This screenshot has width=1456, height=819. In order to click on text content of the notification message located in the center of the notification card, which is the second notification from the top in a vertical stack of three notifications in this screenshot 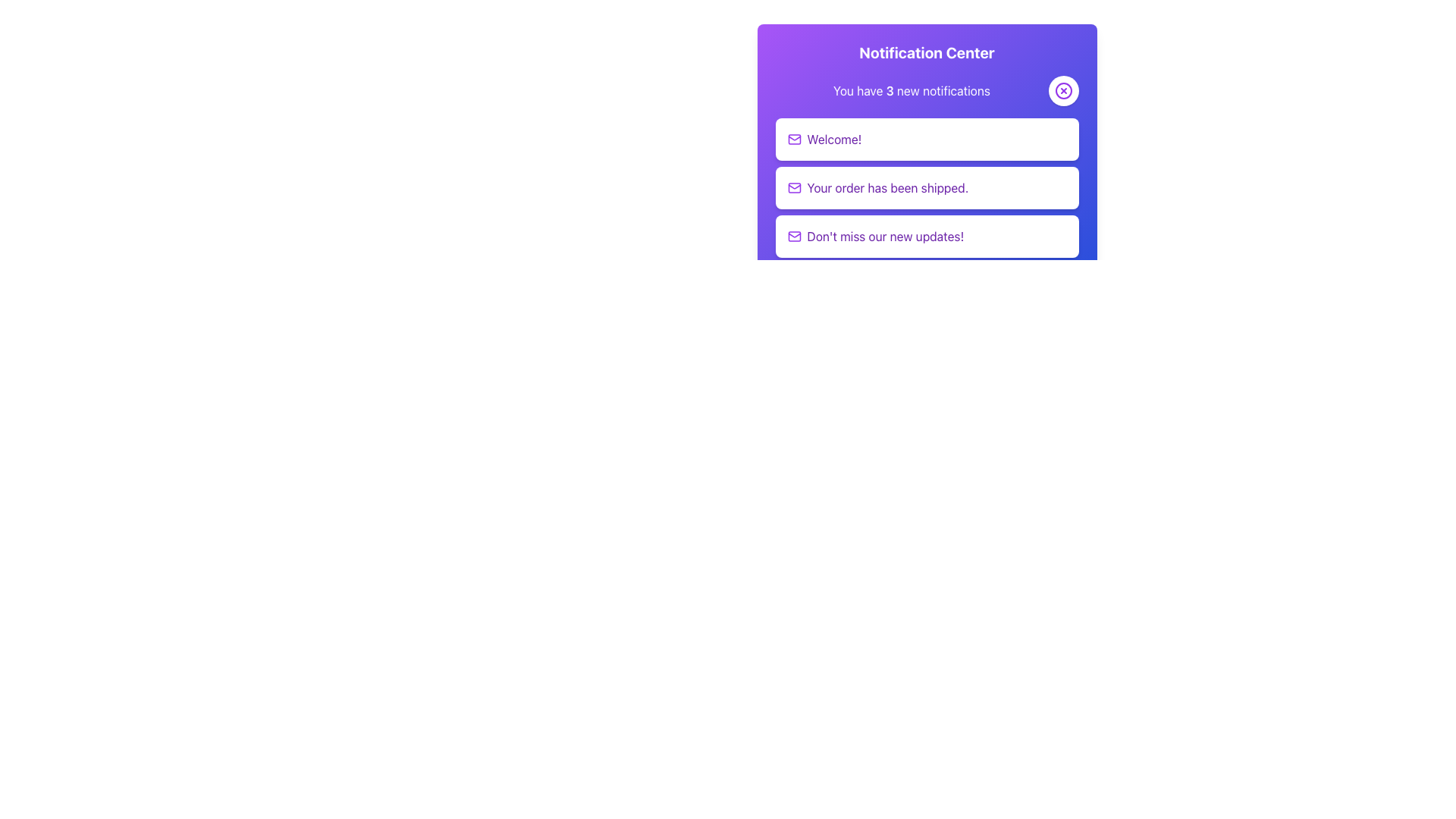, I will do `click(887, 187)`.